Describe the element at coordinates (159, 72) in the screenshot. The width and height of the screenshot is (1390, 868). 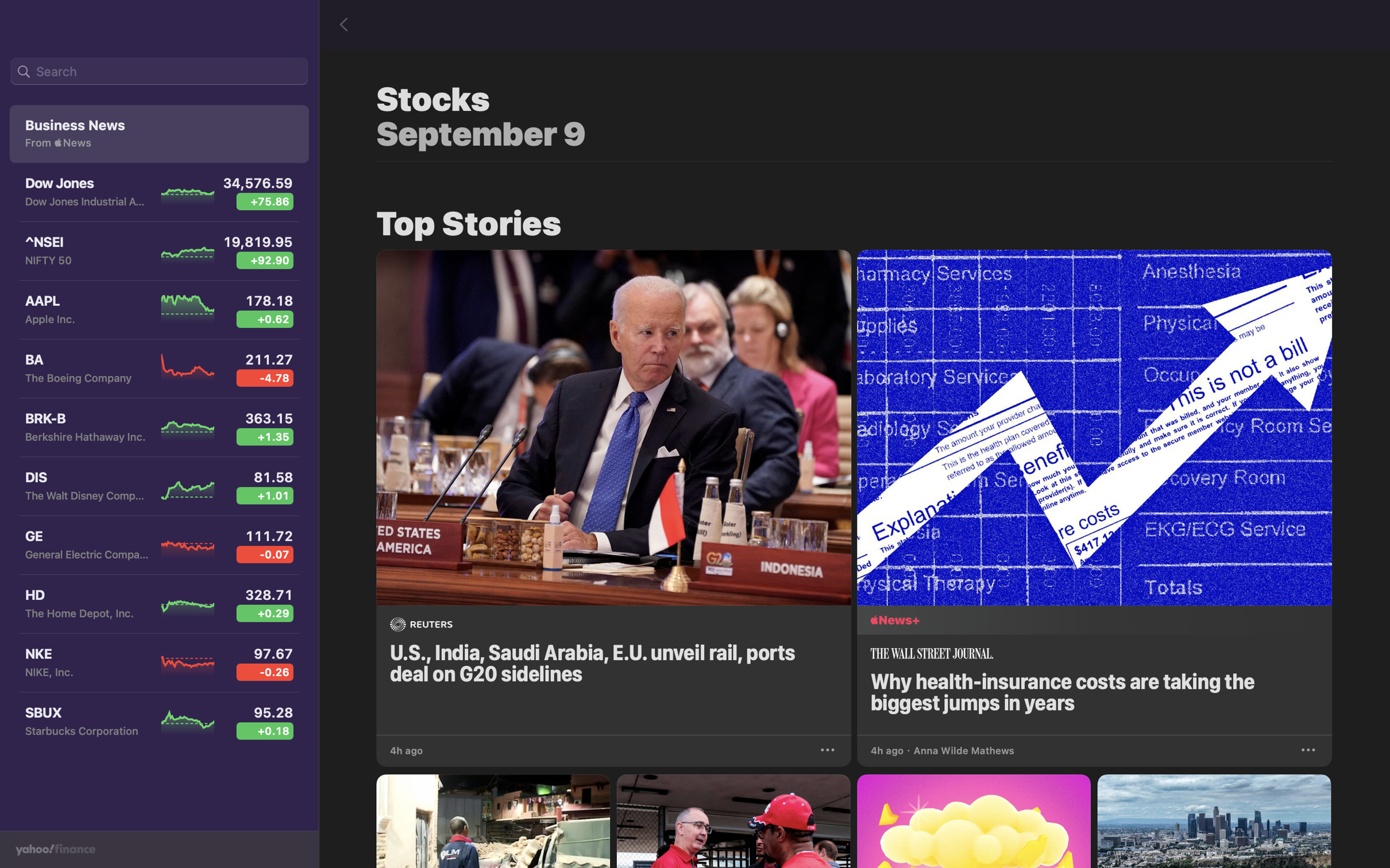
I see `Input "Adobe" in the search box at the top left to find its stock` at that location.